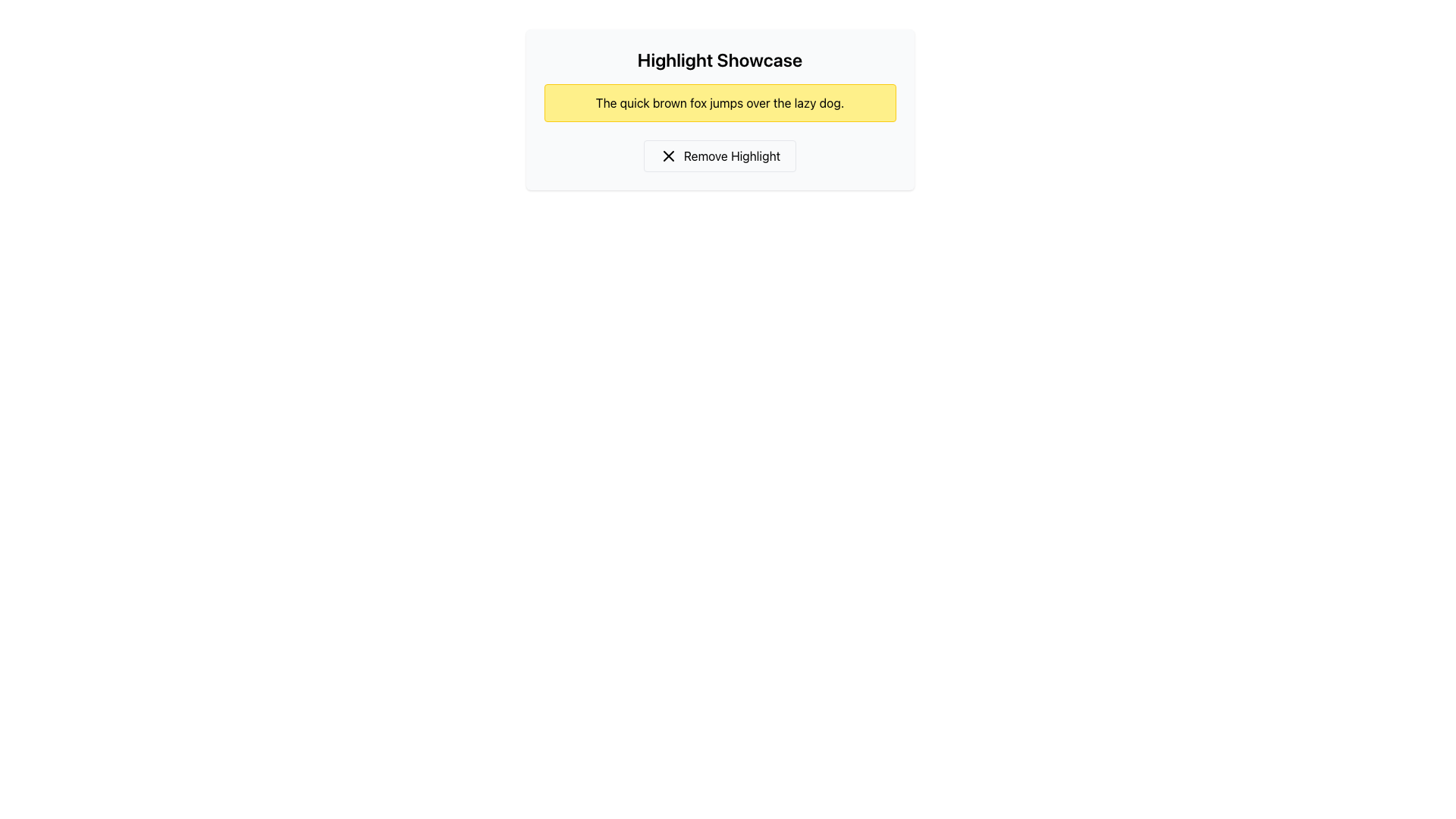  Describe the element at coordinates (719, 109) in the screenshot. I see `the Text Display Area located below the 'Highlight Showcase' title and above the 'Remove Highlight' button` at that location.